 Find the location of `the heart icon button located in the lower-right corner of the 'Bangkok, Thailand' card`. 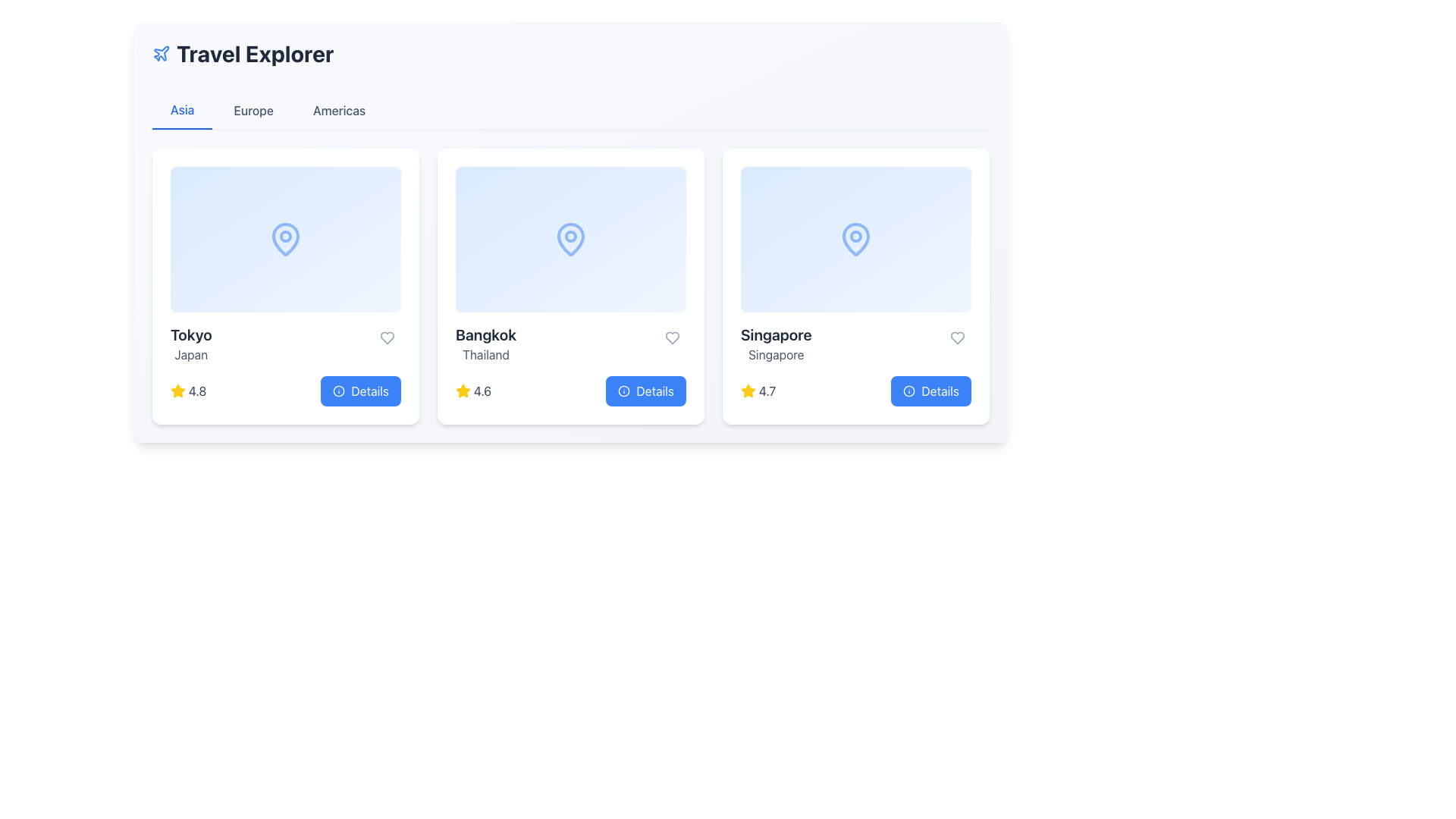

the heart icon button located in the lower-right corner of the 'Bangkok, Thailand' card is located at coordinates (672, 337).